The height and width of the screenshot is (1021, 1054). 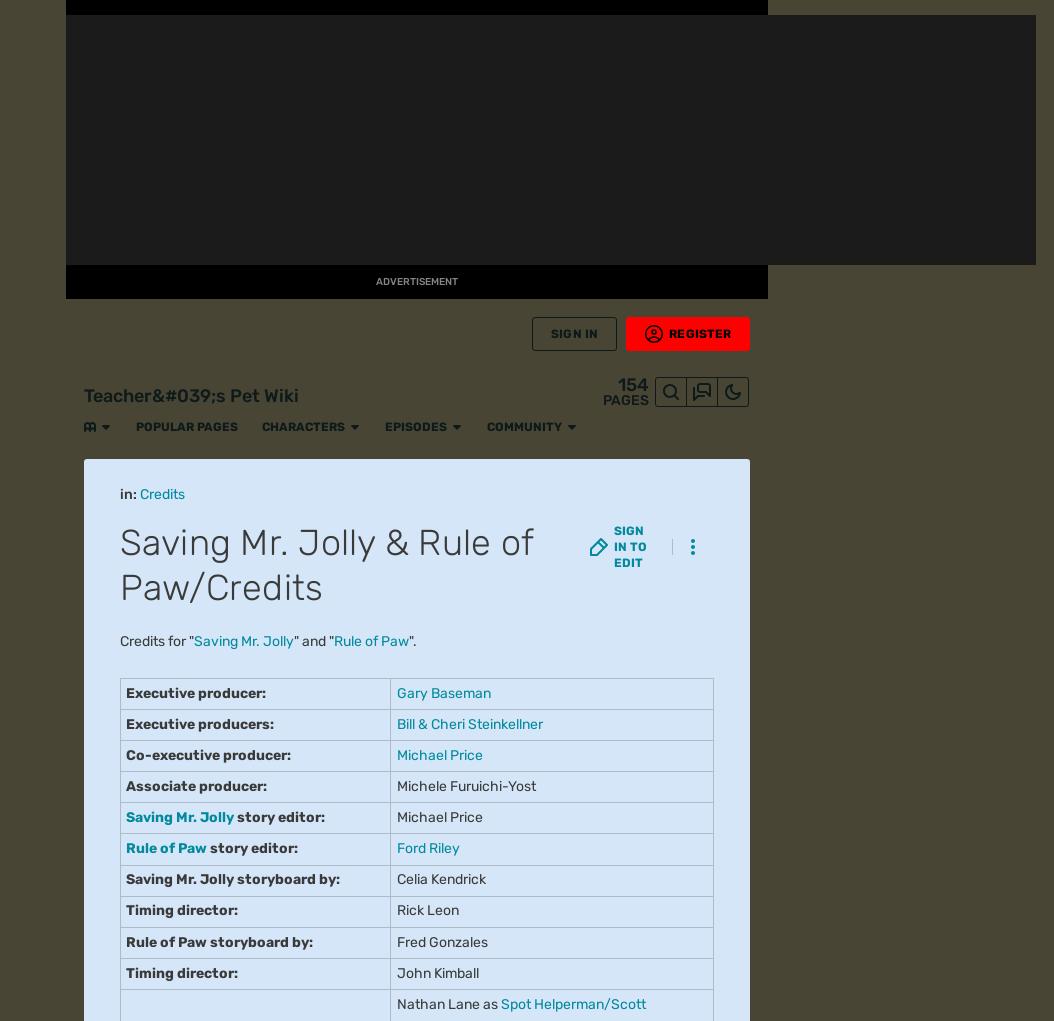 What do you see at coordinates (110, 933) in the screenshot?
I see `'Fandom'` at bounding box center [110, 933].